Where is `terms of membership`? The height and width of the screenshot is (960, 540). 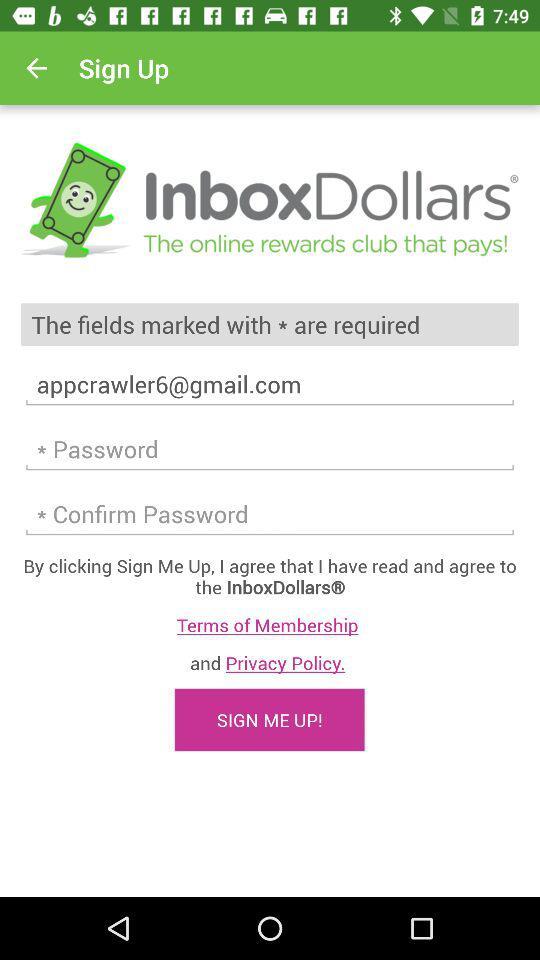 terms of membership is located at coordinates (270, 624).